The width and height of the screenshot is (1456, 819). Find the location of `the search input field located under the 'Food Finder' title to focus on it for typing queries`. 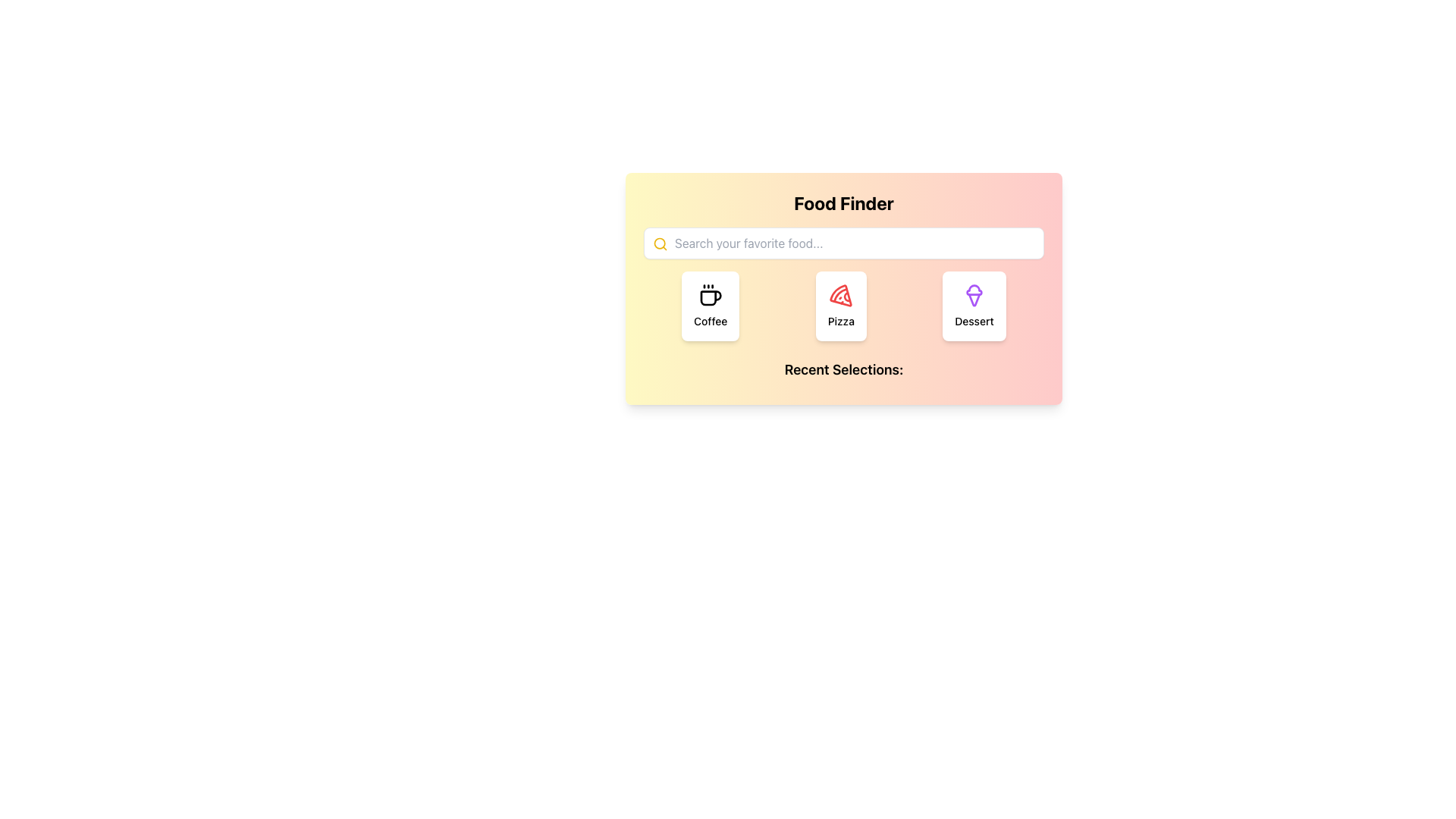

the search input field located under the 'Food Finder' title to focus on it for typing queries is located at coordinates (843, 242).